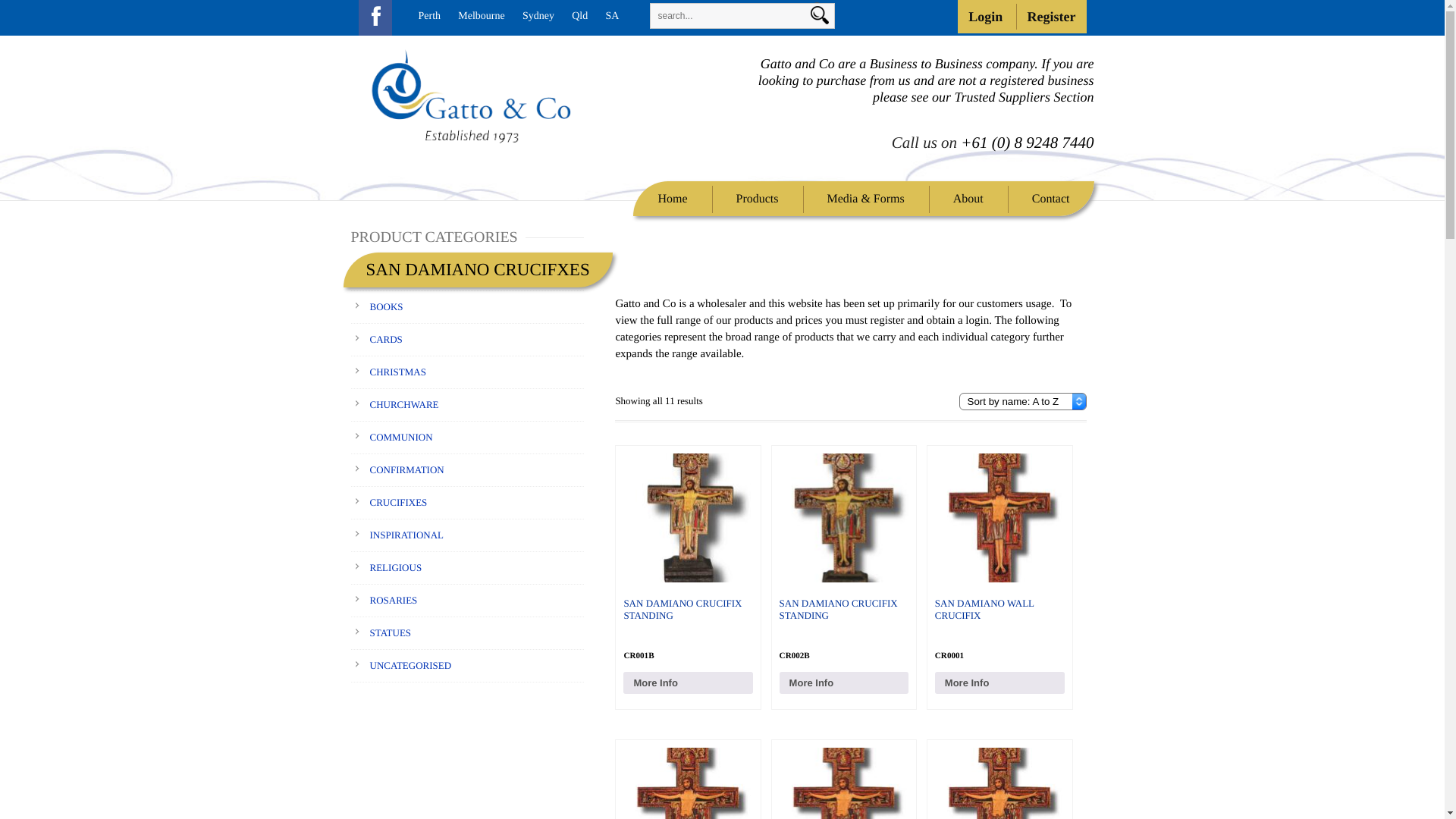 The image size is (1456, 819). What do you see at coordinates (1023, 96) in the screenshot?
I see `'Trusted Suppliers Section'` at bounding box center [1023, 96].